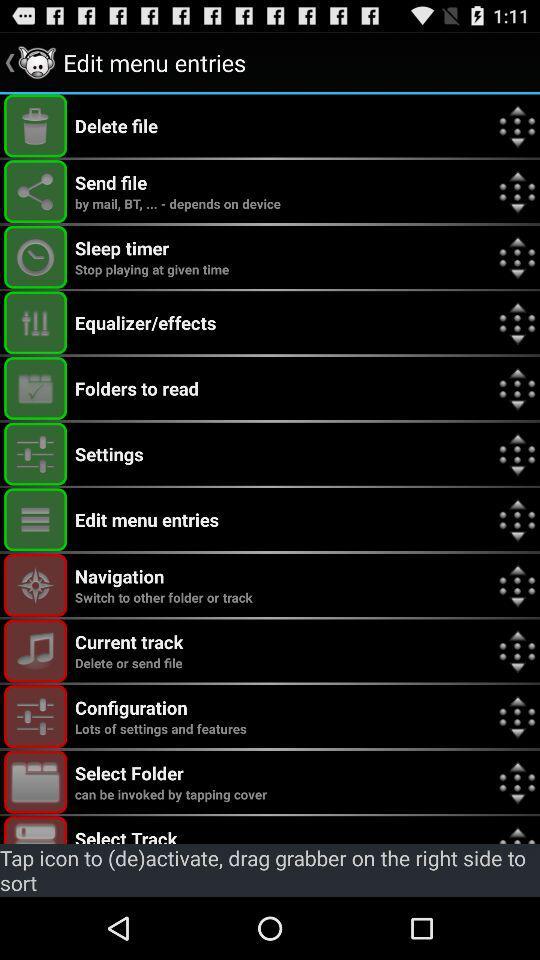 The image size is (540, 960). What do you see at coordinates (35, 782) in the screenshot?
I see `folder for playlist` at bounding box center [35, 782].